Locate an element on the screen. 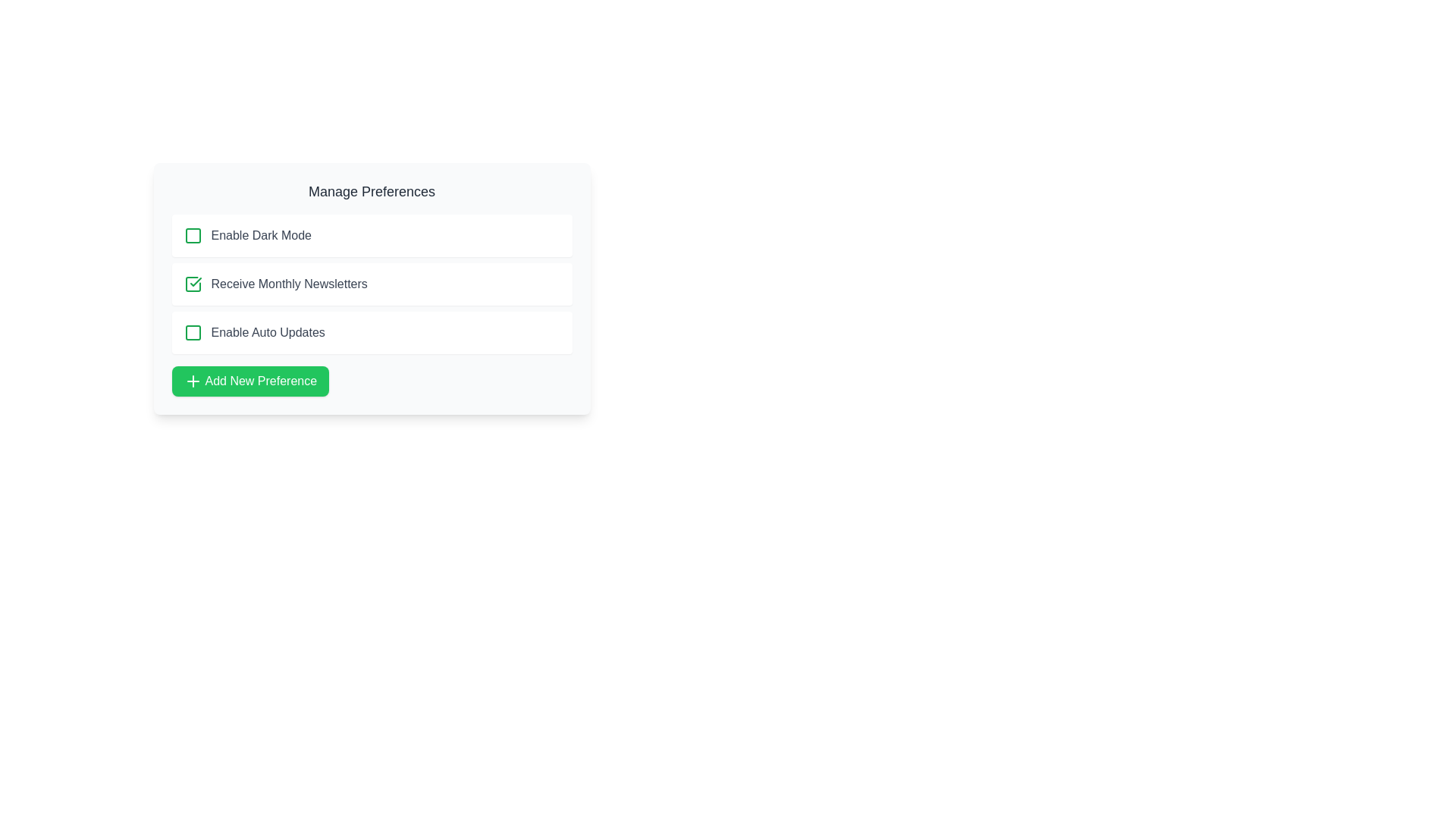 Image resolution: width=1456 pixels, height=819 pixels. the Heading text that serves as the title for the preferences management section, positioned at the top of the rectangular card interface is located at coordinates (372, 191).